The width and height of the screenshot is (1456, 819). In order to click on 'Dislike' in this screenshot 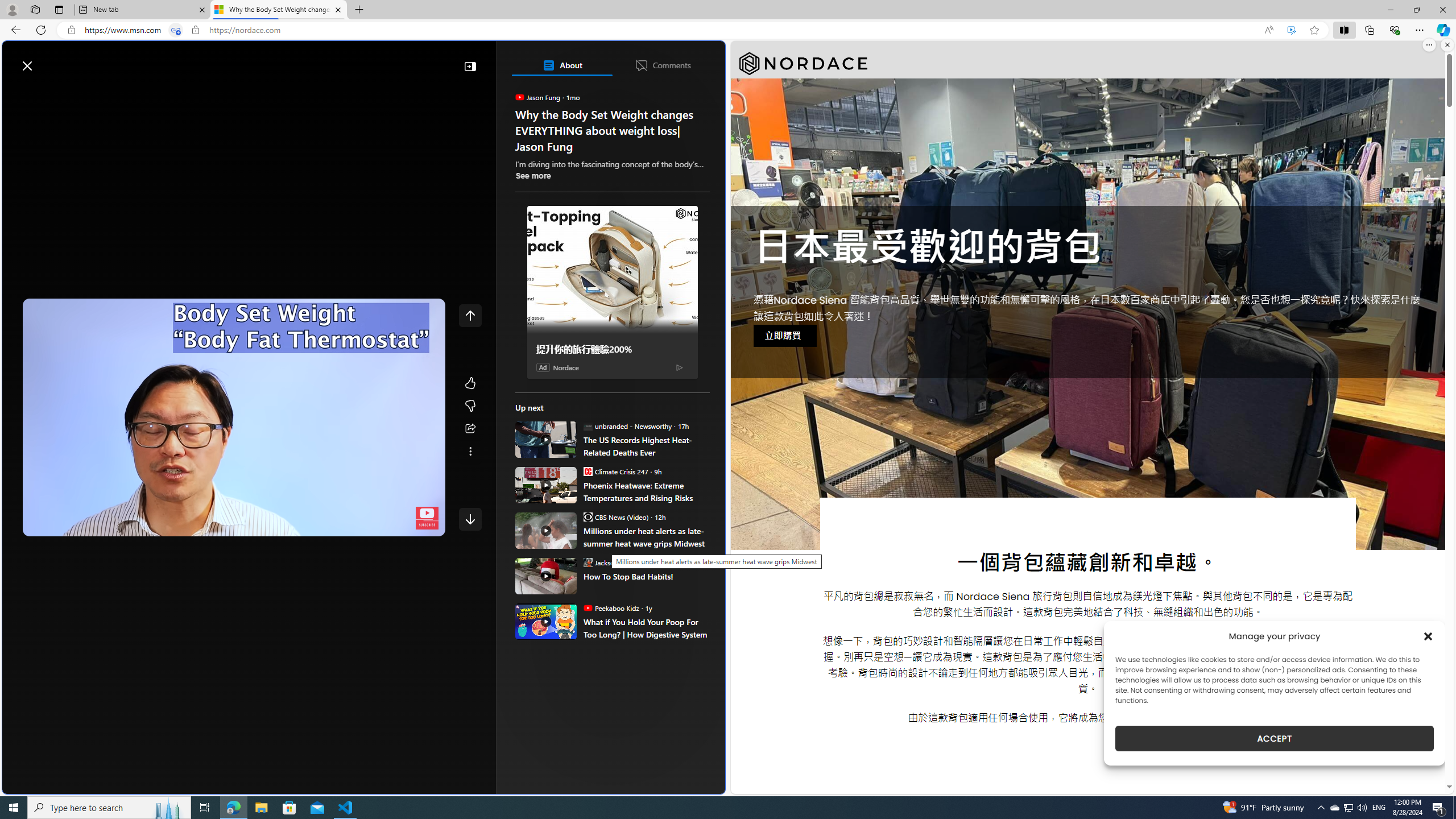, I will do `click(470, 406)`.